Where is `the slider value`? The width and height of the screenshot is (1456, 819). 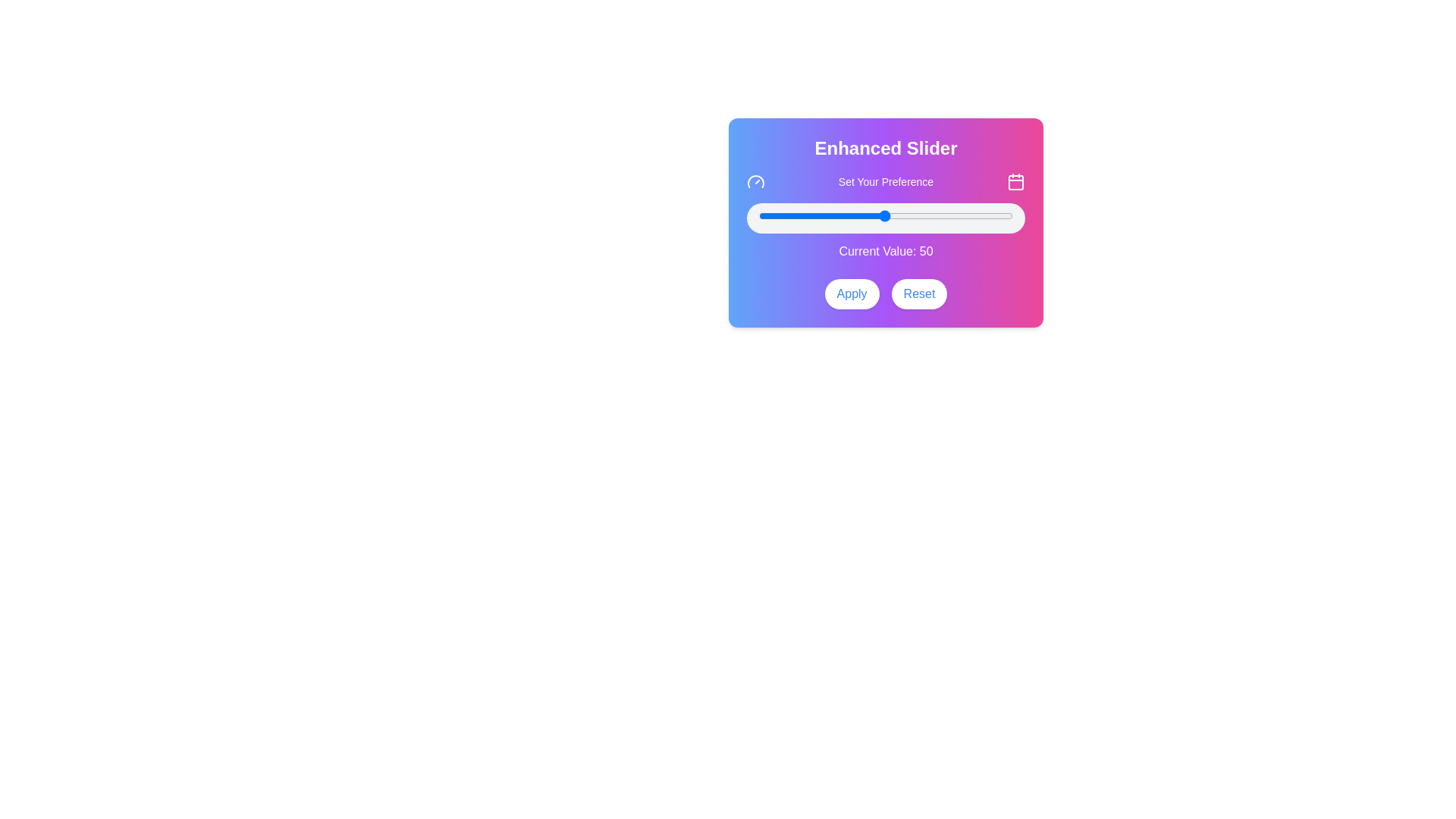
the slider value is located at coordinates (804, 216).